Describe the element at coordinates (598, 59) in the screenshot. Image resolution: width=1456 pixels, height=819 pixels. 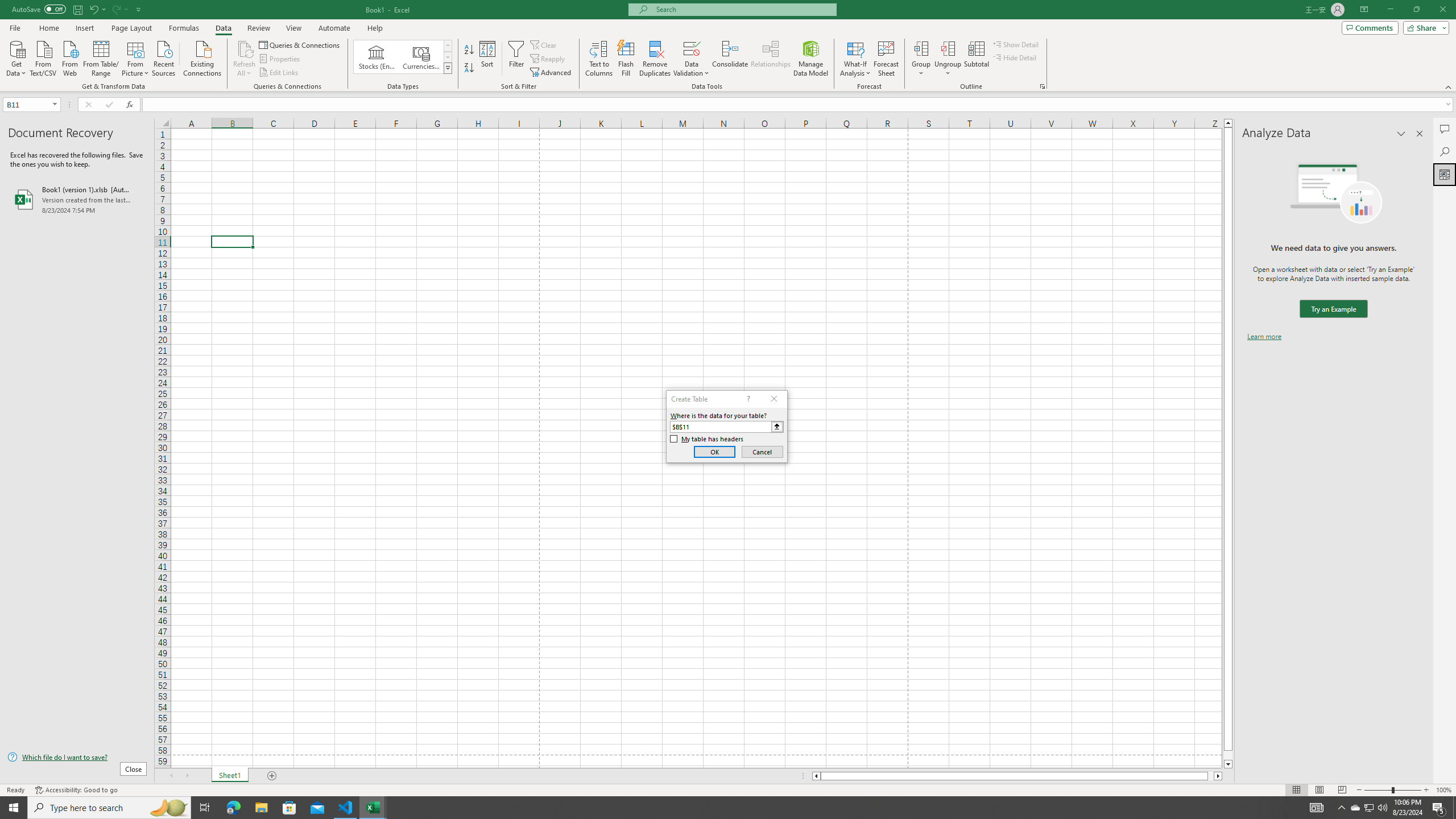
I see `'Text to Columns...'` at that location.